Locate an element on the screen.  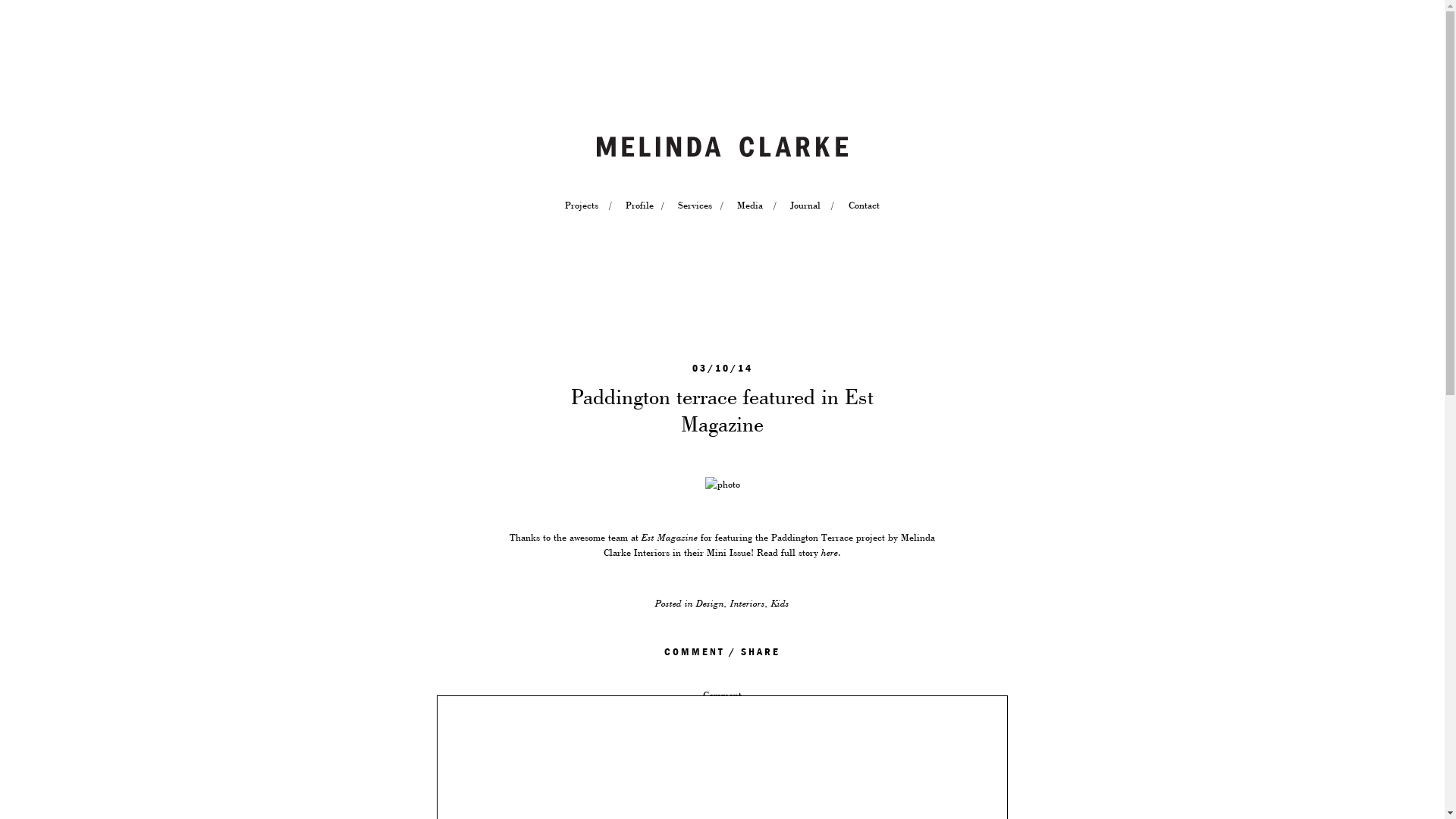
'Media' is located at coordinates (749, 205).